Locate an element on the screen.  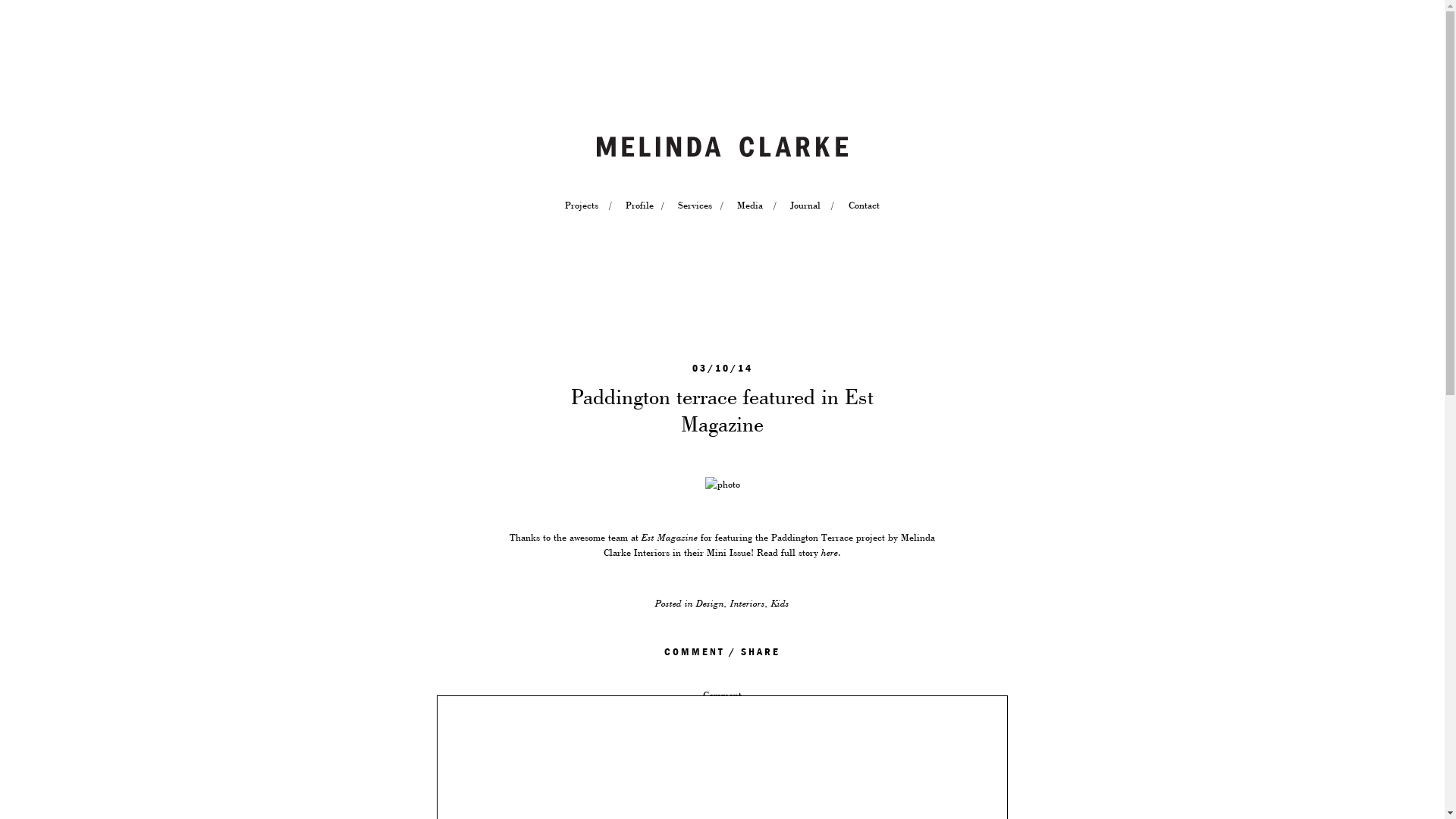
'Media' is located at coordinates (749, 205).